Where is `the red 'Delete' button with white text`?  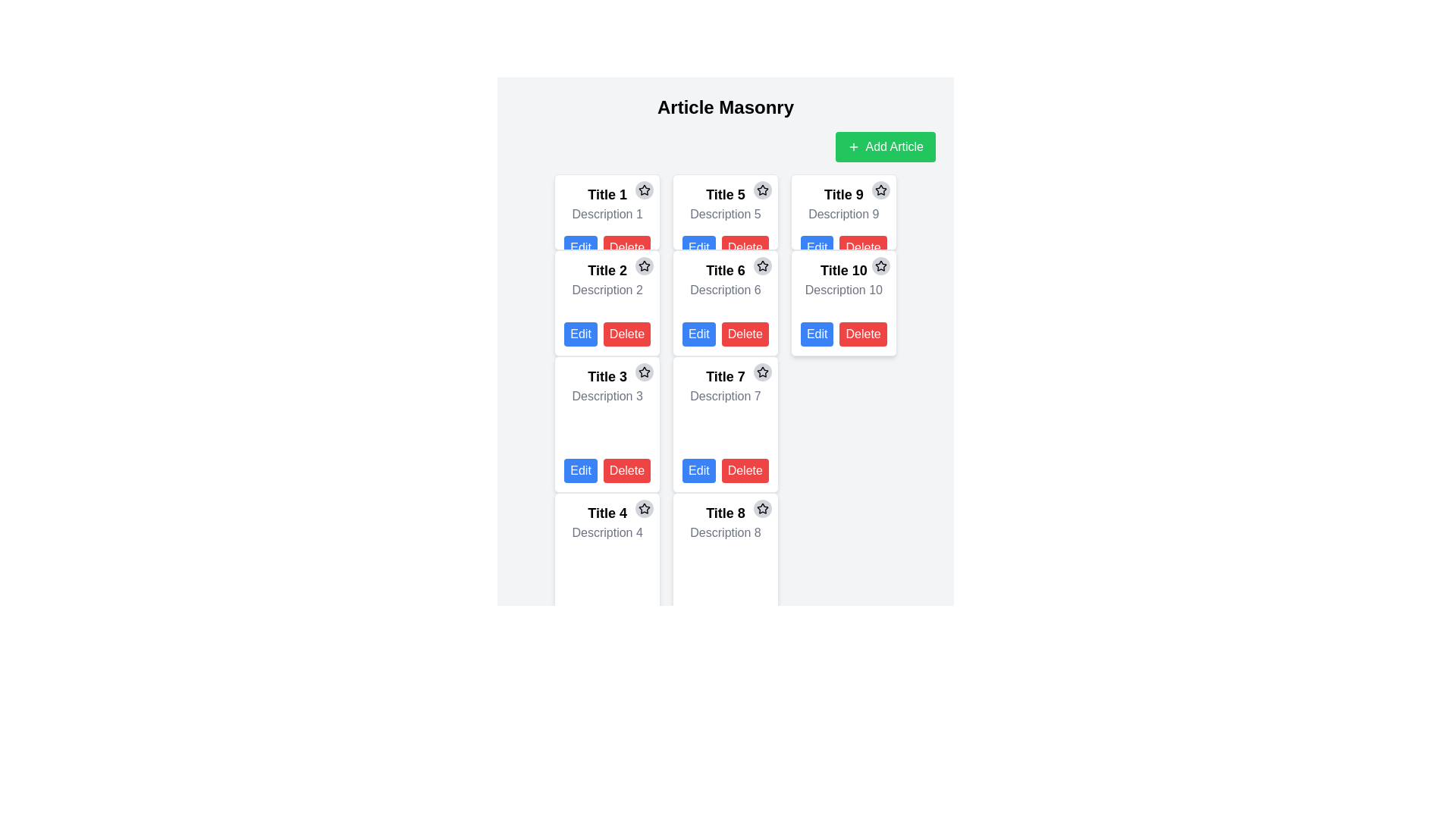 the red 'Delete' button with white text is located at coordinates (626, 333).